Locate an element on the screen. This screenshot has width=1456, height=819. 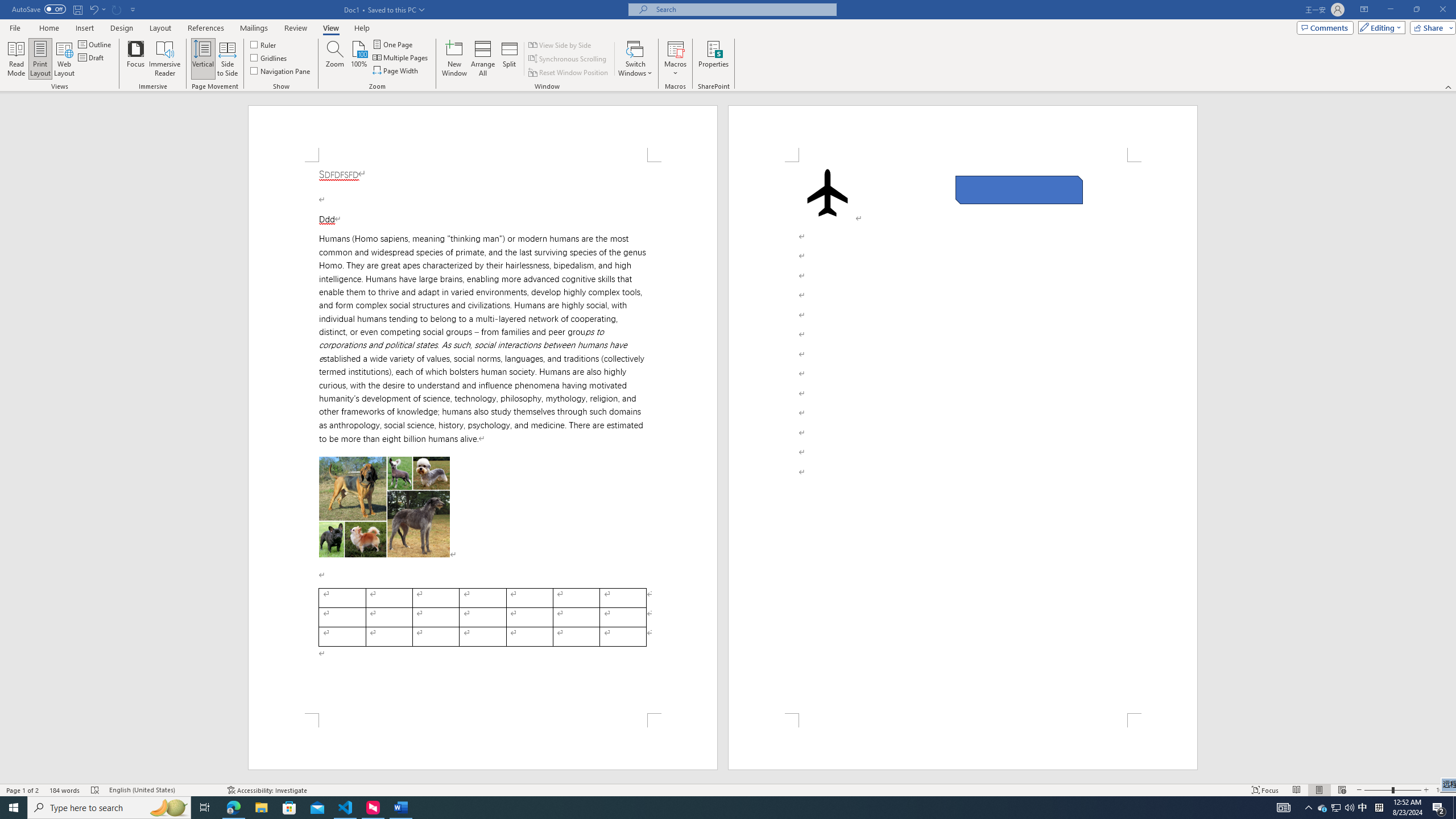
'Notification Chevron' is located at coordinates (1308, 806).